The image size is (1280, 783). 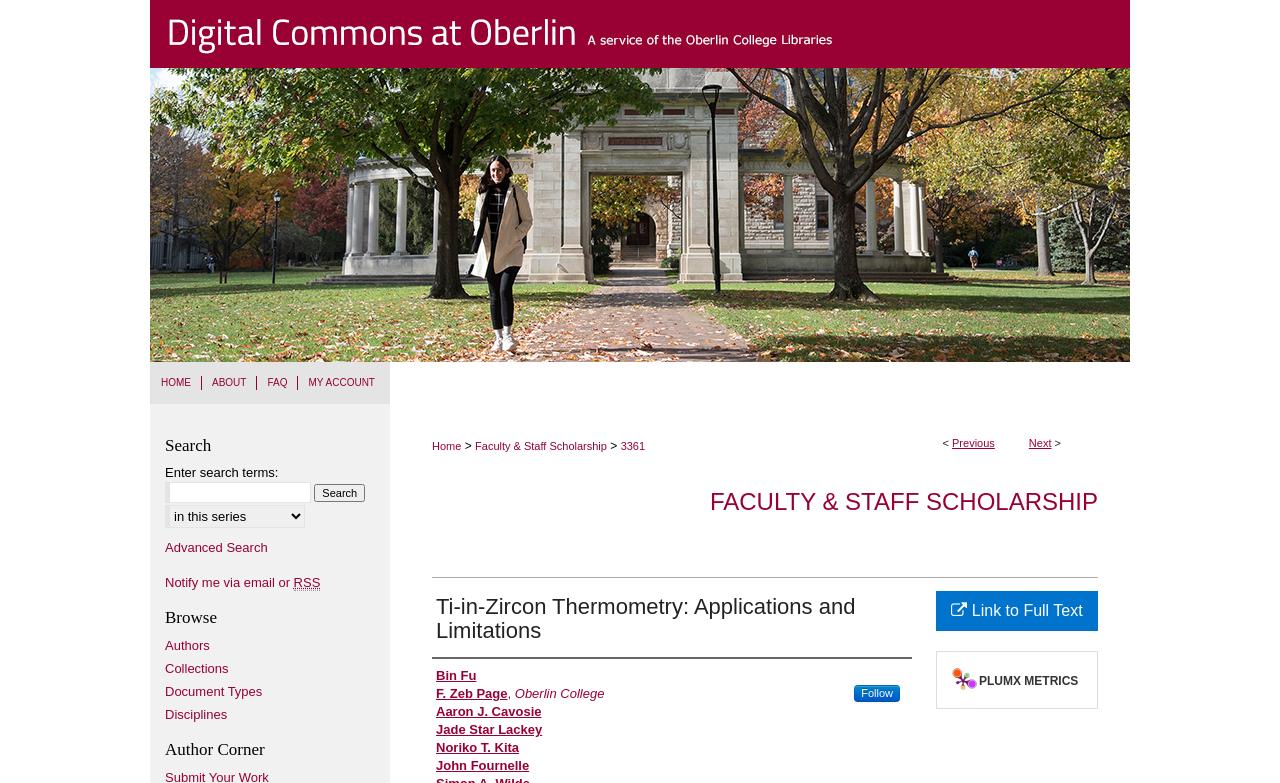 What do you see at coordinates (945, 442) in the screenshot?
I see `'<'` at bounding box center [945, 442].